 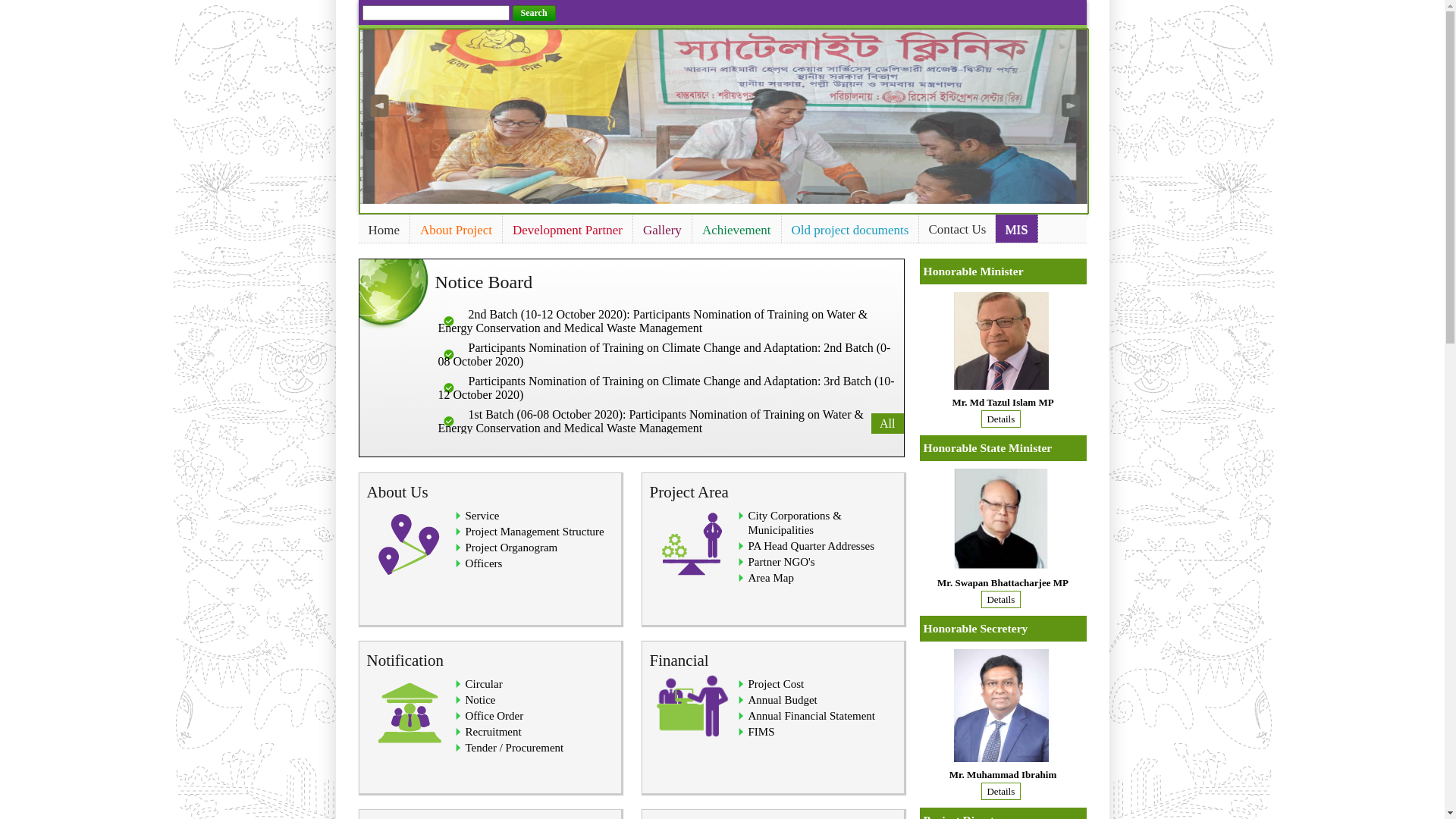 I want to click on 'All', so click(x=887, y=423).